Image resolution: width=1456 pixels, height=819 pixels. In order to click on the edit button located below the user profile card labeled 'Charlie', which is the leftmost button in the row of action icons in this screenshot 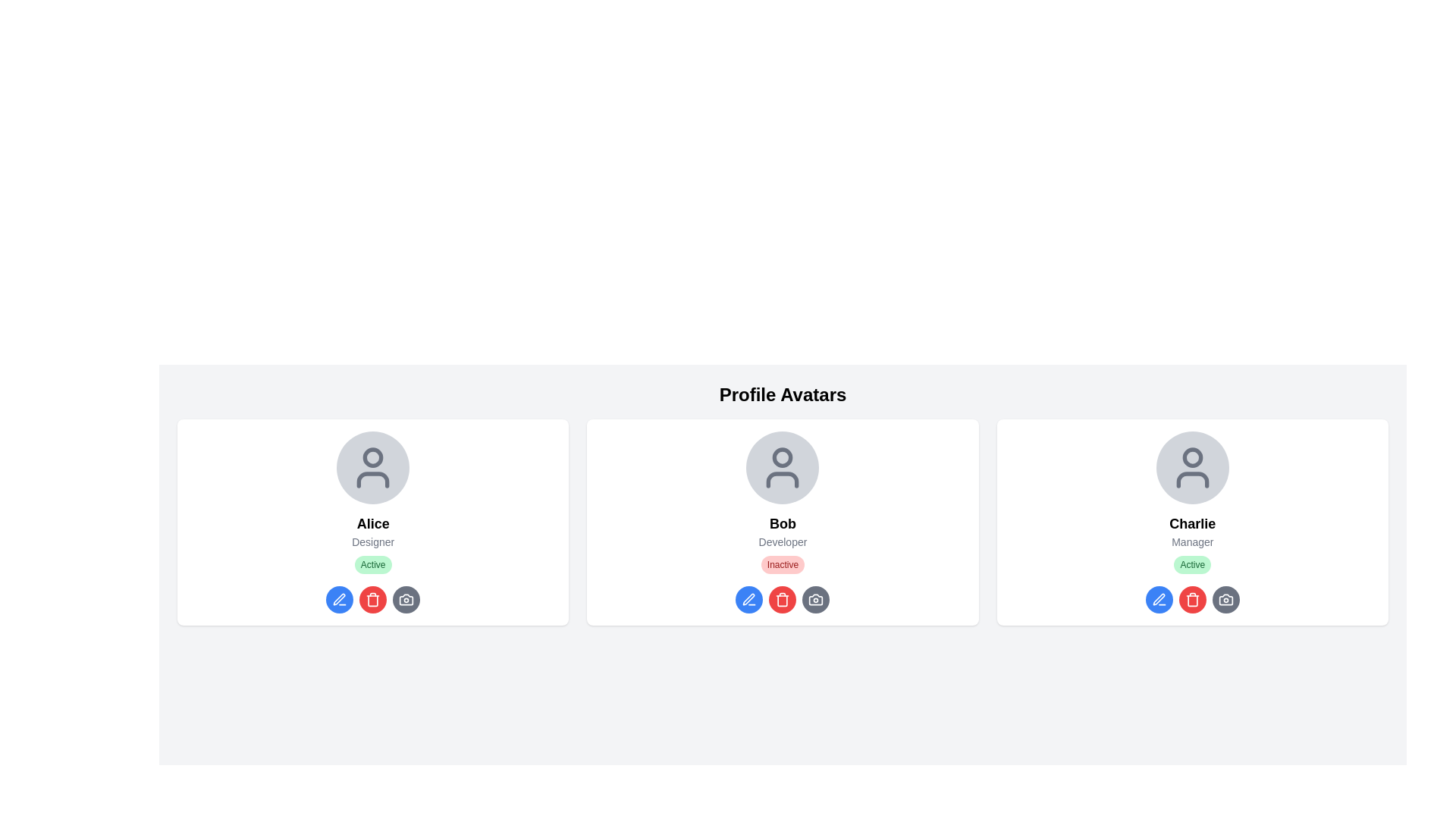, I will do `click(1158, 598)`.